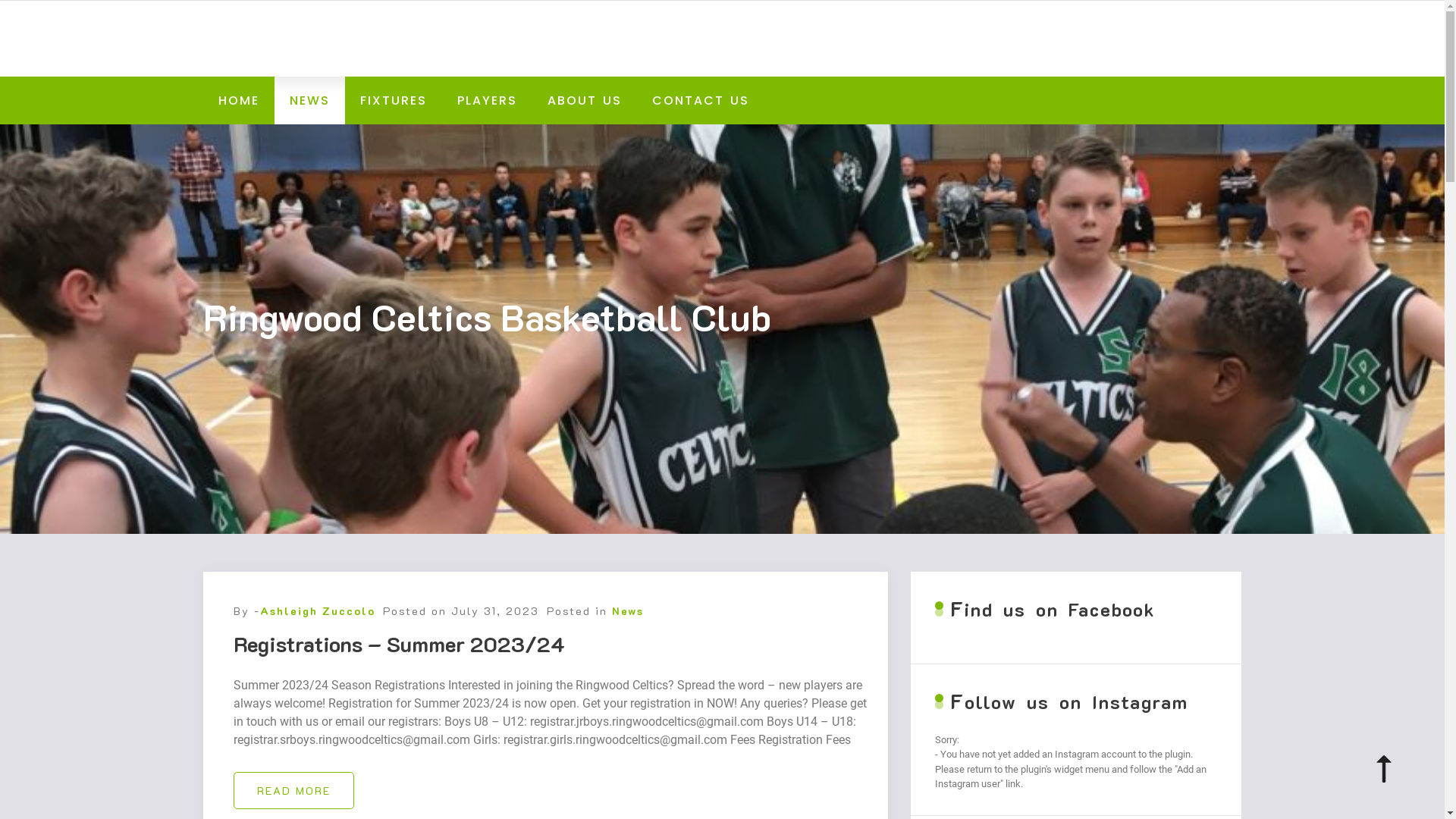 The height and width of the screenshot is (819, 1456). What do you see at coordinates (700, 100) in the screenshot?
I see `'CONTACT US'` at bounding box center [700, 100].